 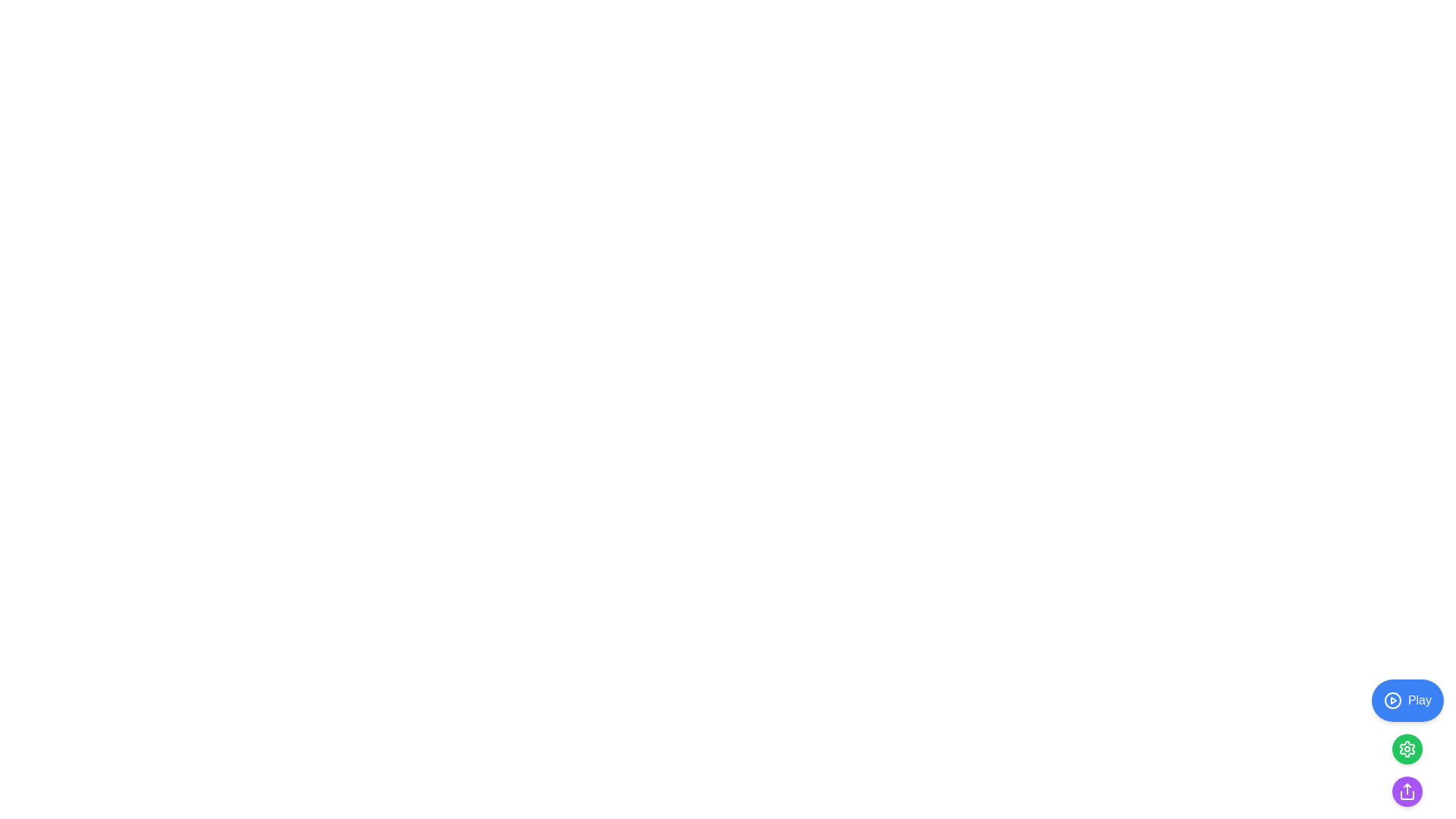 I want to click on the play icon located adjacent to the 'Play' text on the blue button in the lower-right quadrant of the interface, so click(x=1392, y=701).